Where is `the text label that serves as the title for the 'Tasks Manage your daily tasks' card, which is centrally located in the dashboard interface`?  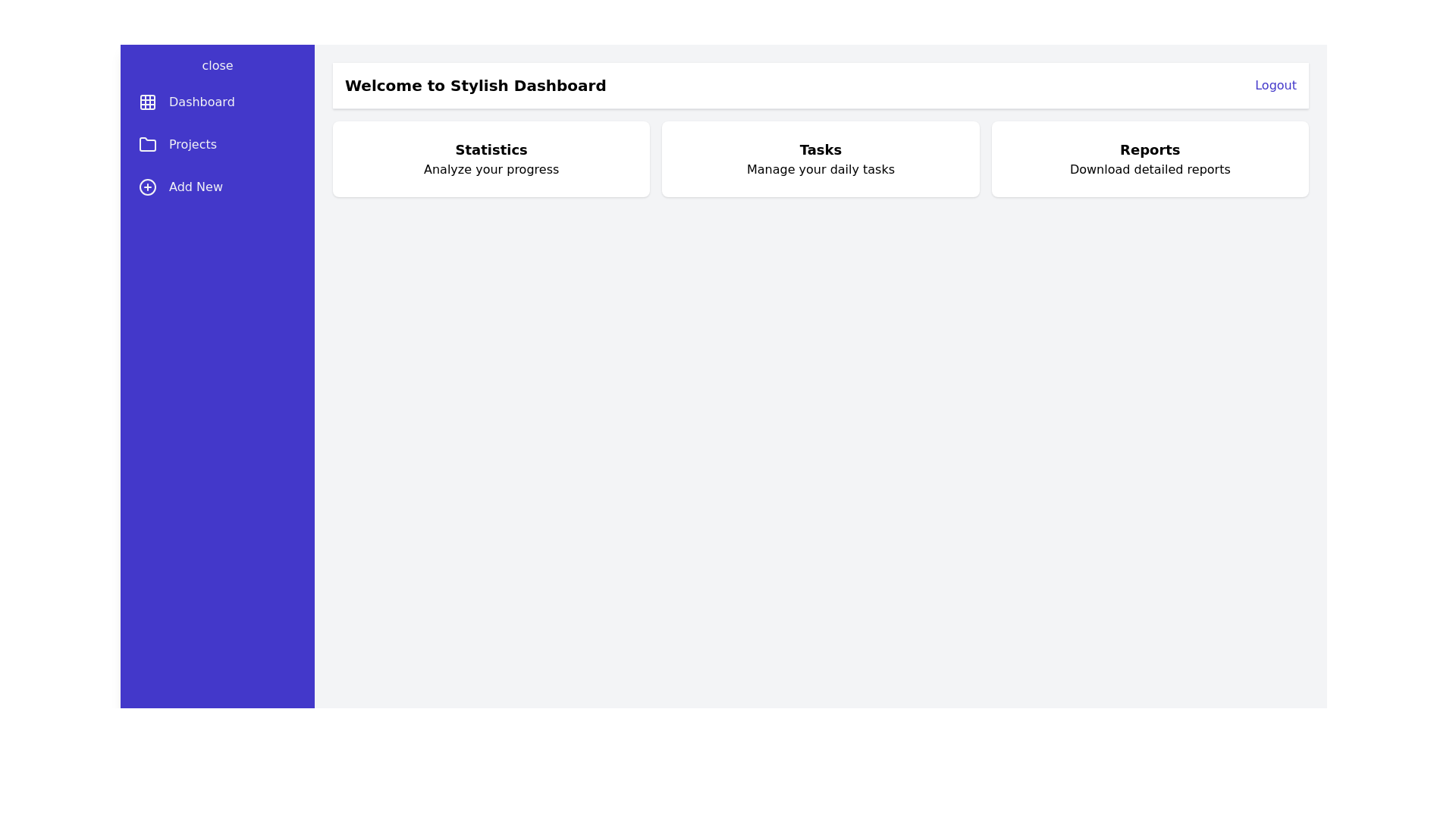
the text label that serves as the title for the 'Tasks Manage your daily tasks' card, which is centrally located in the dashboard interface is located at coordinates (820, 149).